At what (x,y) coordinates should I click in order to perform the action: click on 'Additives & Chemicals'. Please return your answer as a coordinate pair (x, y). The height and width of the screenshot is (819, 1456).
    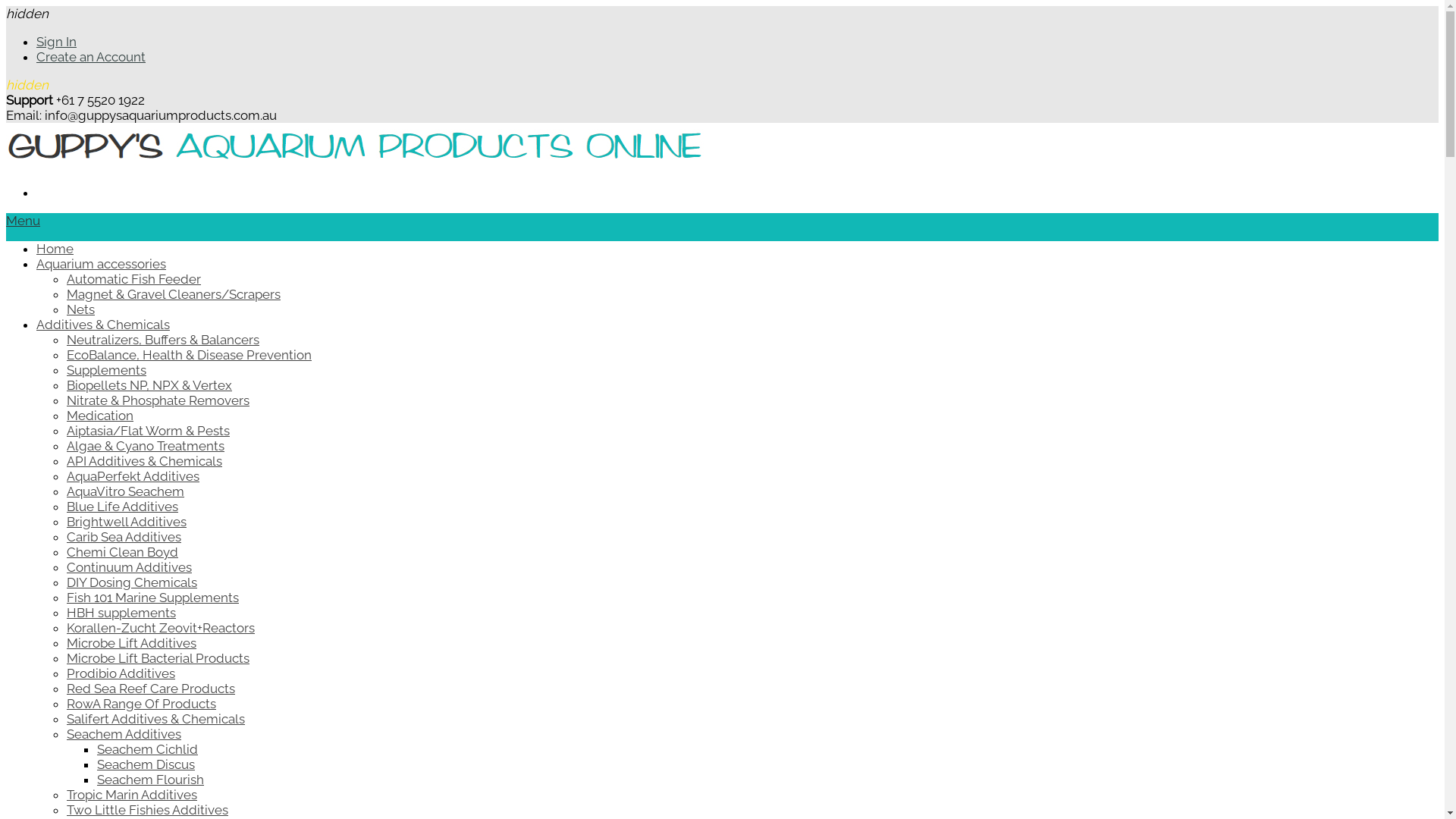
    Looking at the image, I should click on (36, 324).